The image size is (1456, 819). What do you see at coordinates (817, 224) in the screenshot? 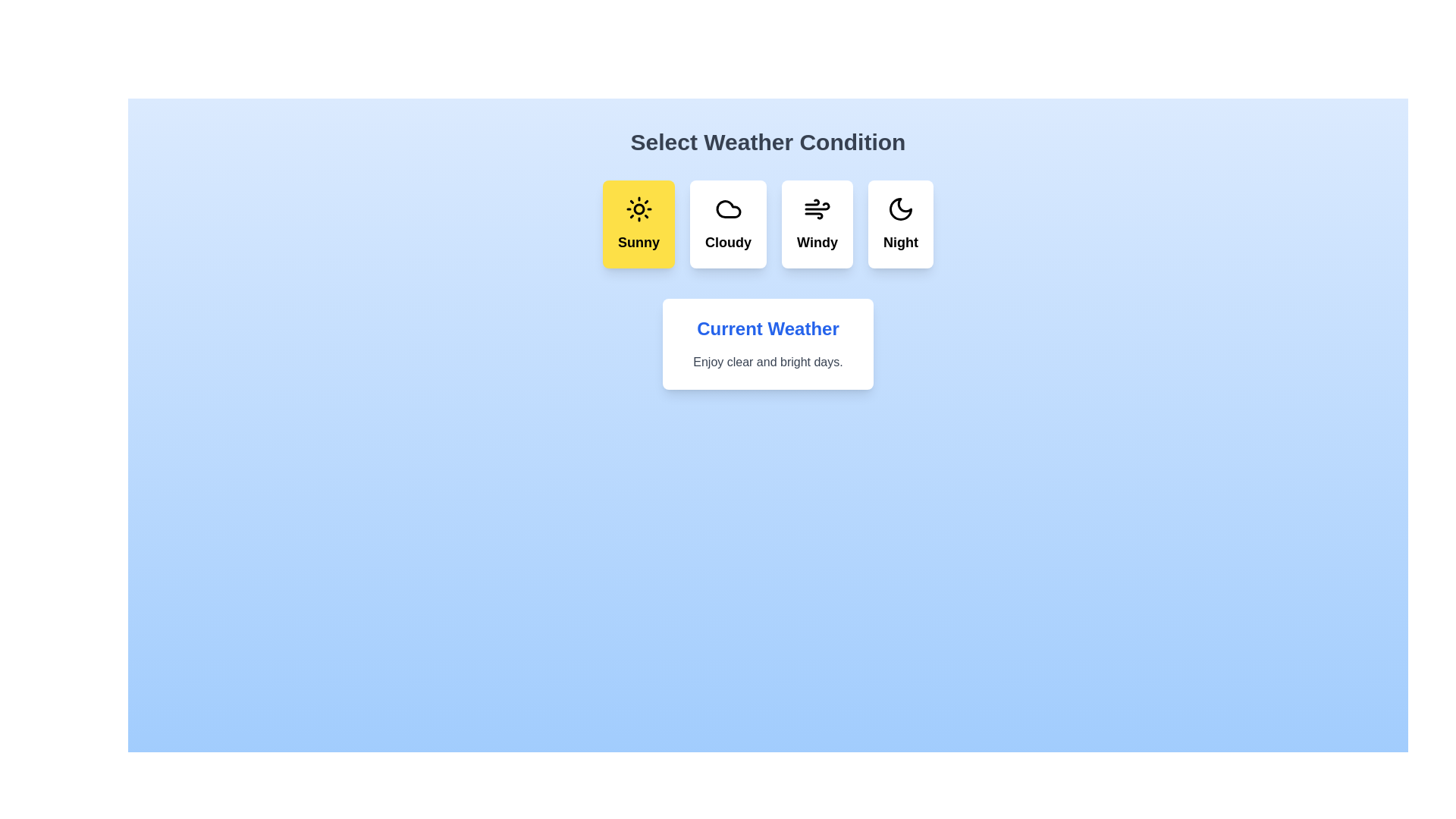
I see `the weather condition Windy by clicking its corresponding button` at bounding box center [817, 224].